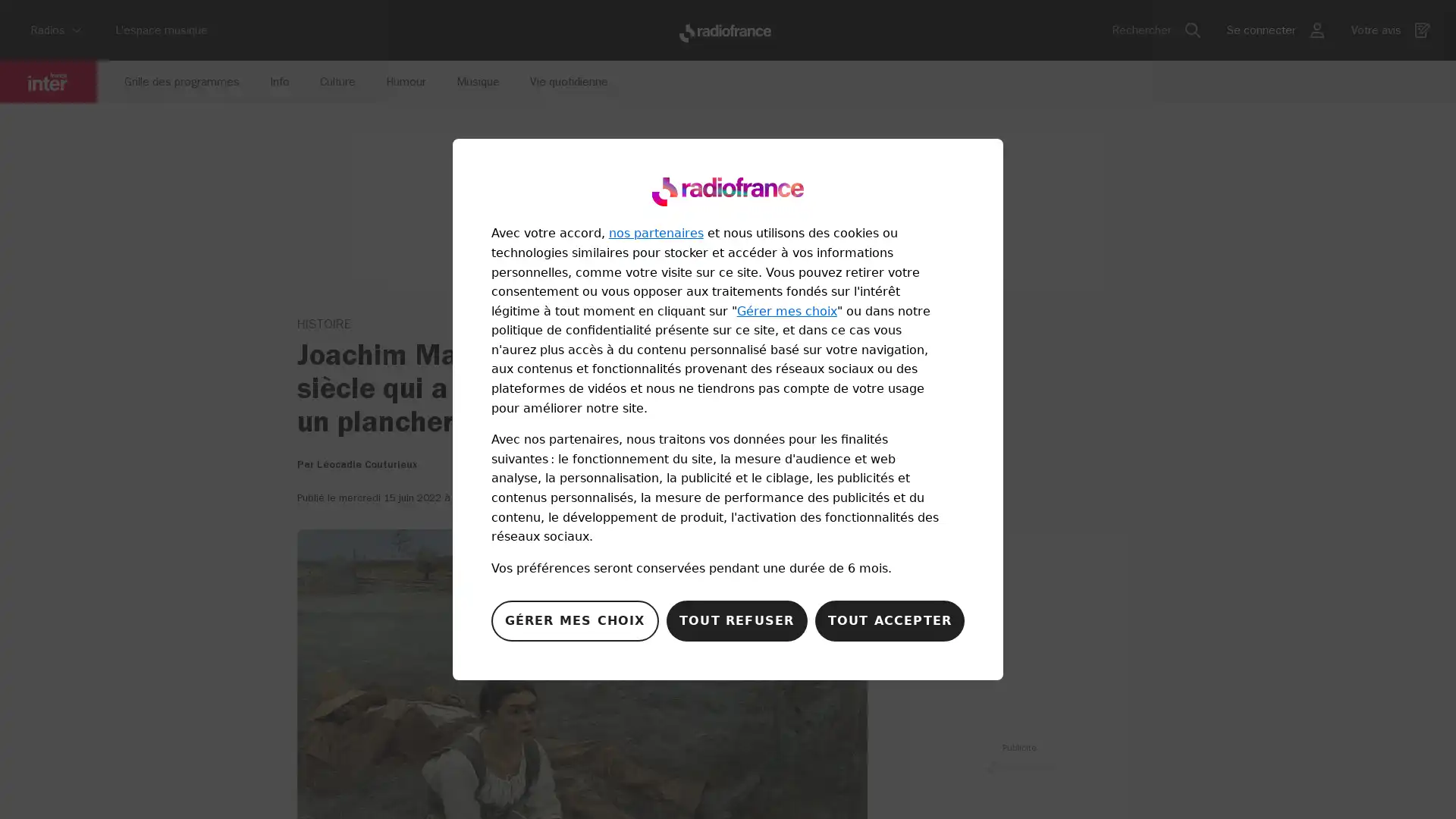 This screenshot has height=819, width=1456. What do you see at coordinates (1276, 30) in the screenshot?
I see `bouton utilisateur` at bounding box center [1276, 30].